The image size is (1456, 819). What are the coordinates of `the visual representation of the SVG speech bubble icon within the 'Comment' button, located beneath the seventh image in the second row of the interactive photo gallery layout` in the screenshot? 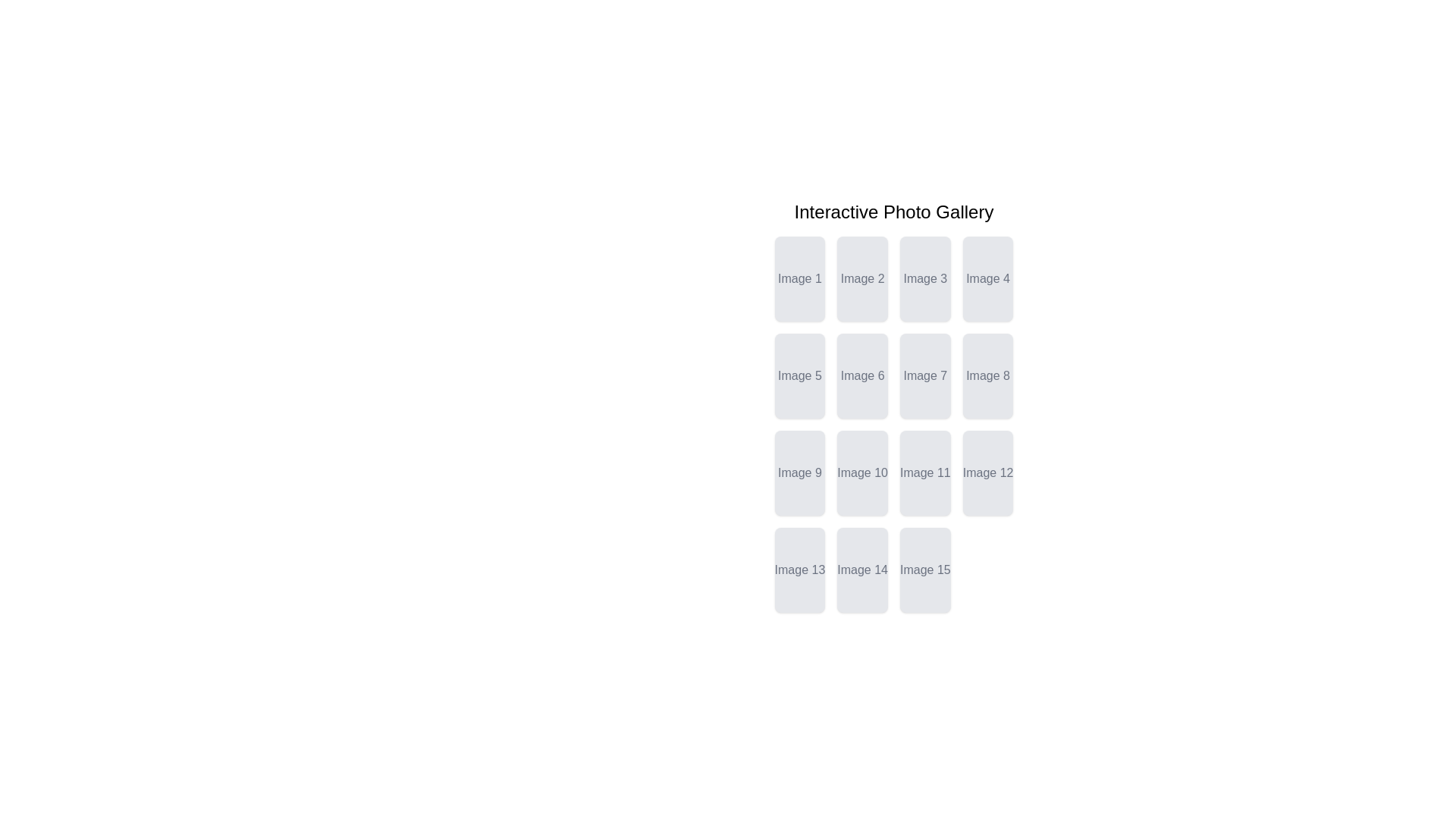 It's located at (966, 403).